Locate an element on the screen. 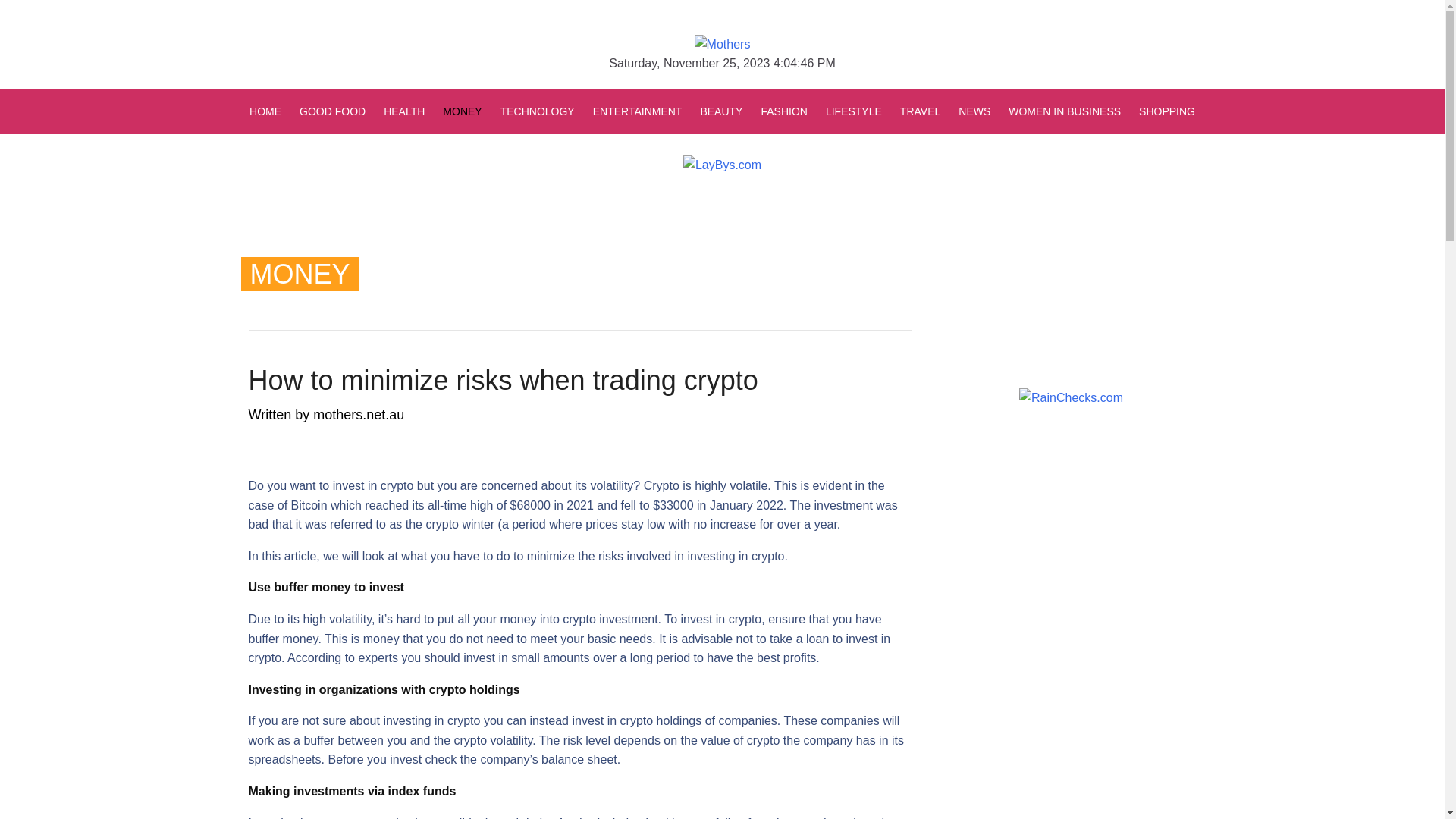  'MONEY' is located at coordinates (432, 110).